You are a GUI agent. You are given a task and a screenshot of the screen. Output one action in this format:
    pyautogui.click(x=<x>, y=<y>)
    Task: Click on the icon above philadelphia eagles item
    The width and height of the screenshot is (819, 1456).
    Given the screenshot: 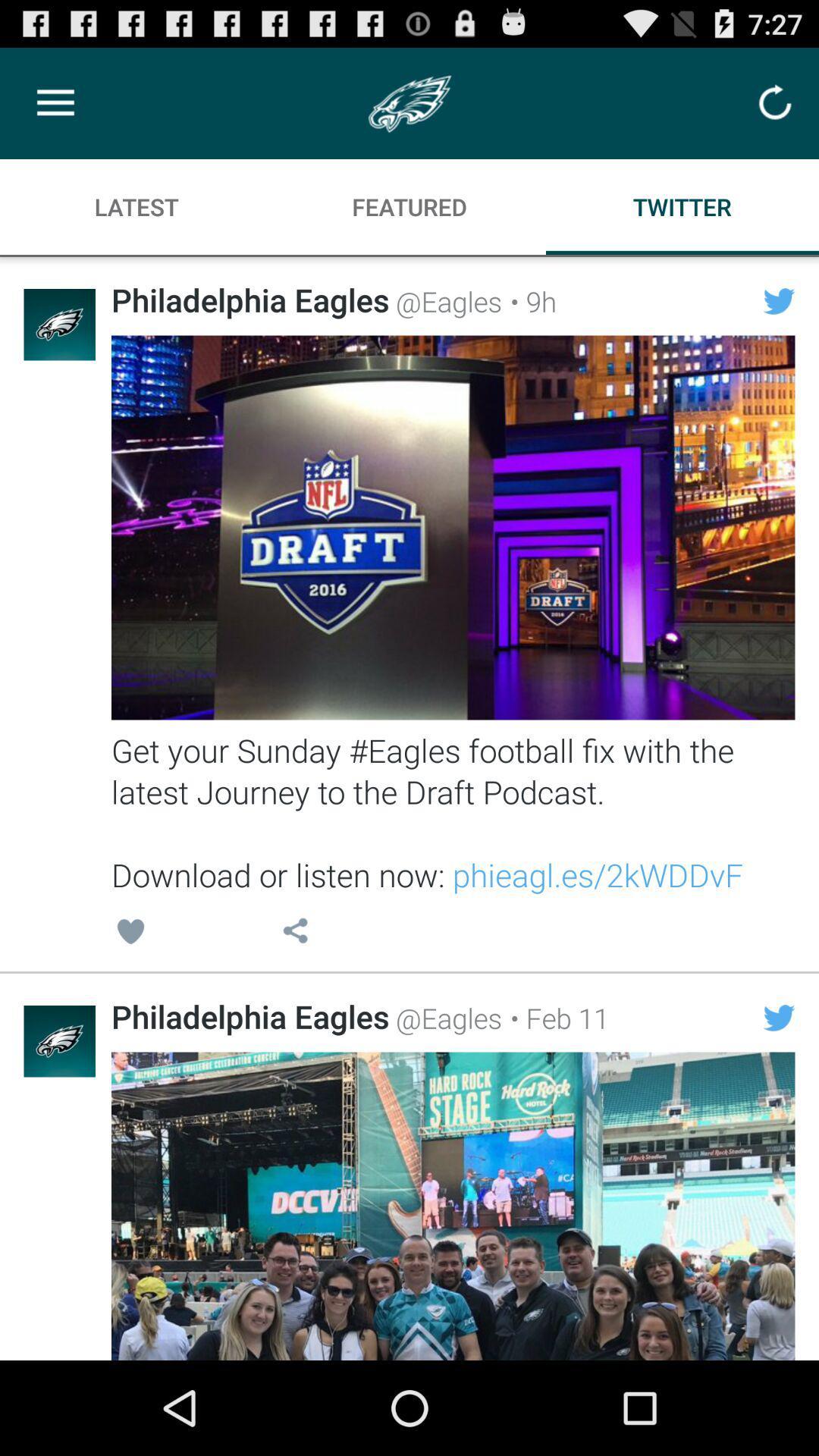 What is the action you would take?
    pyautogui.click(x=295, y=933)
    